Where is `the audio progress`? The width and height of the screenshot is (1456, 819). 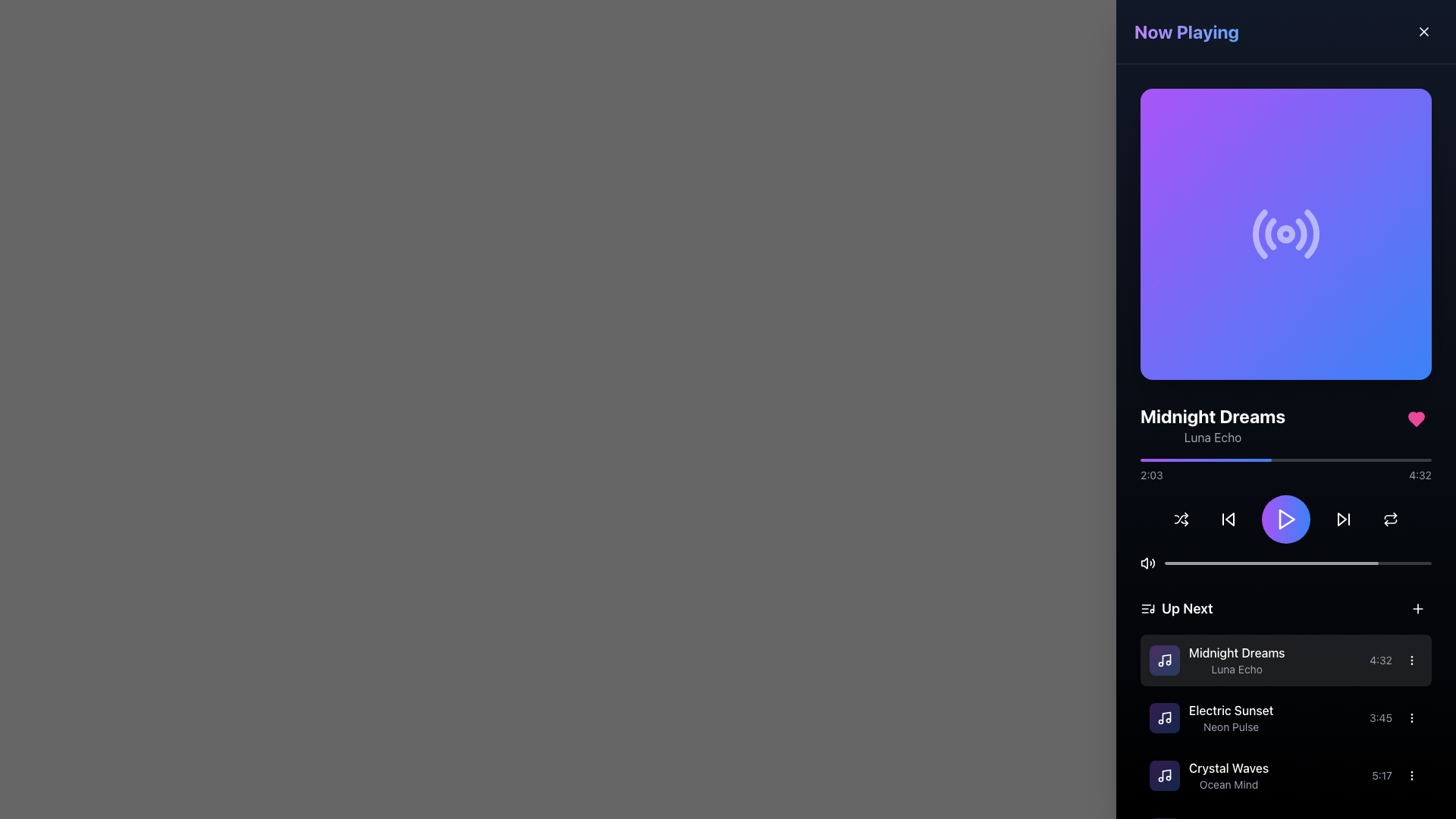
the audio progress is located at coordinates (1314, 459).